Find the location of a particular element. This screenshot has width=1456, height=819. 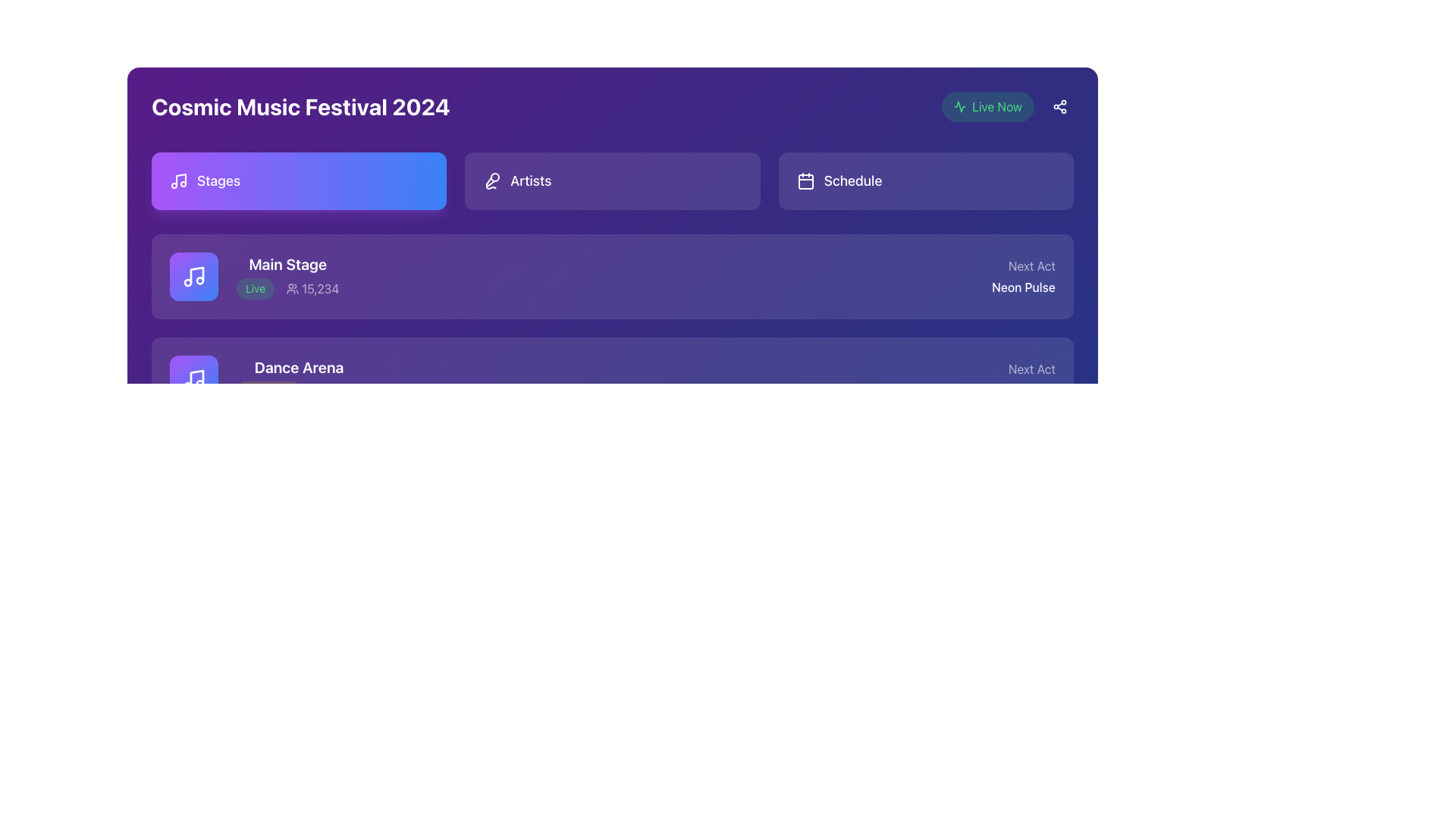

the music festival stages icon located inside the 'Stages' button, positioned to the left of the button's text label is located at coordinates (178, 180).